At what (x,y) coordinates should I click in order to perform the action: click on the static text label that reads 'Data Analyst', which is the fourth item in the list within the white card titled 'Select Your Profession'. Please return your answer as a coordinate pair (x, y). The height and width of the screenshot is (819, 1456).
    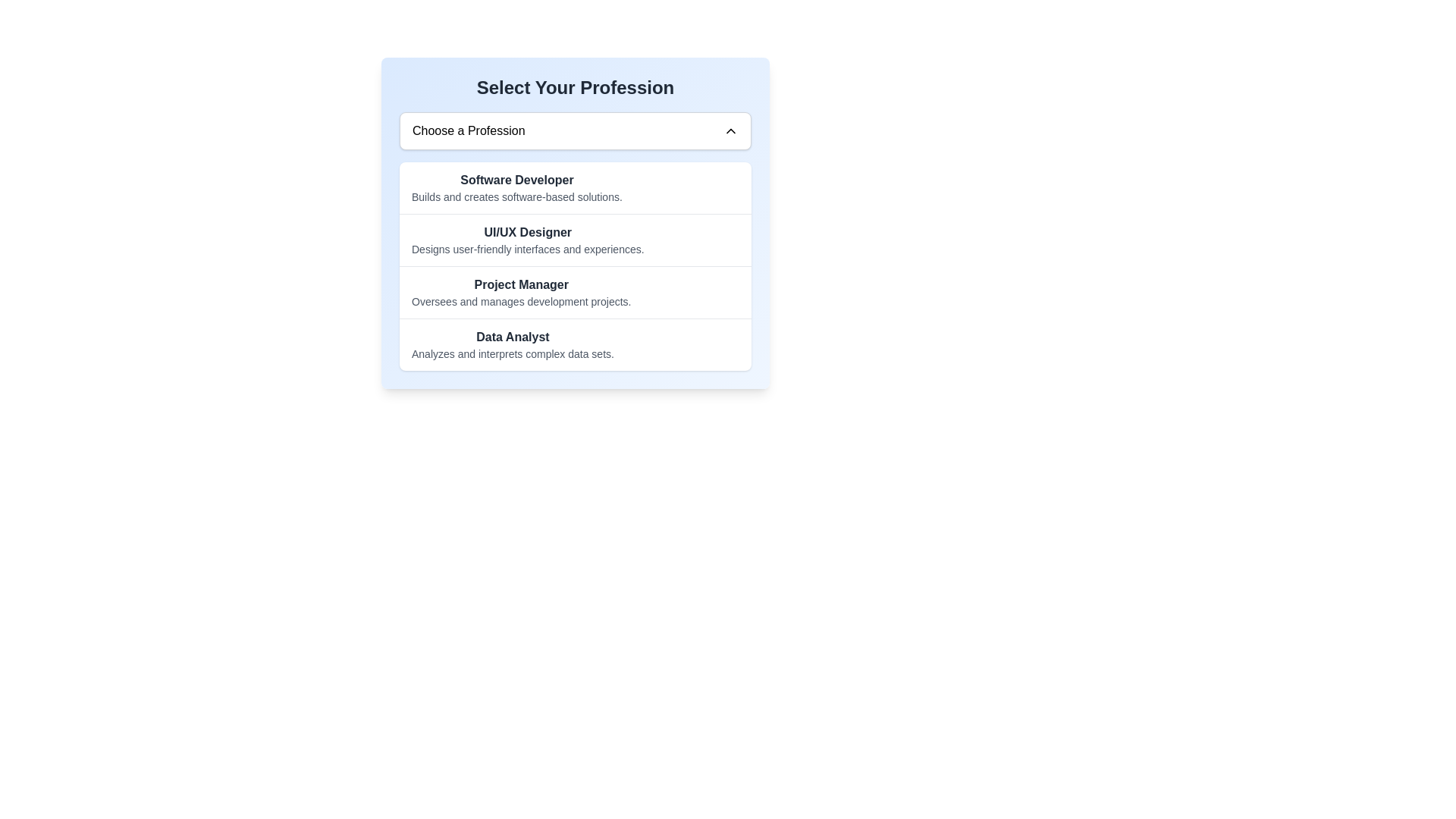
    Looking at the image, I should click on (574, 344).